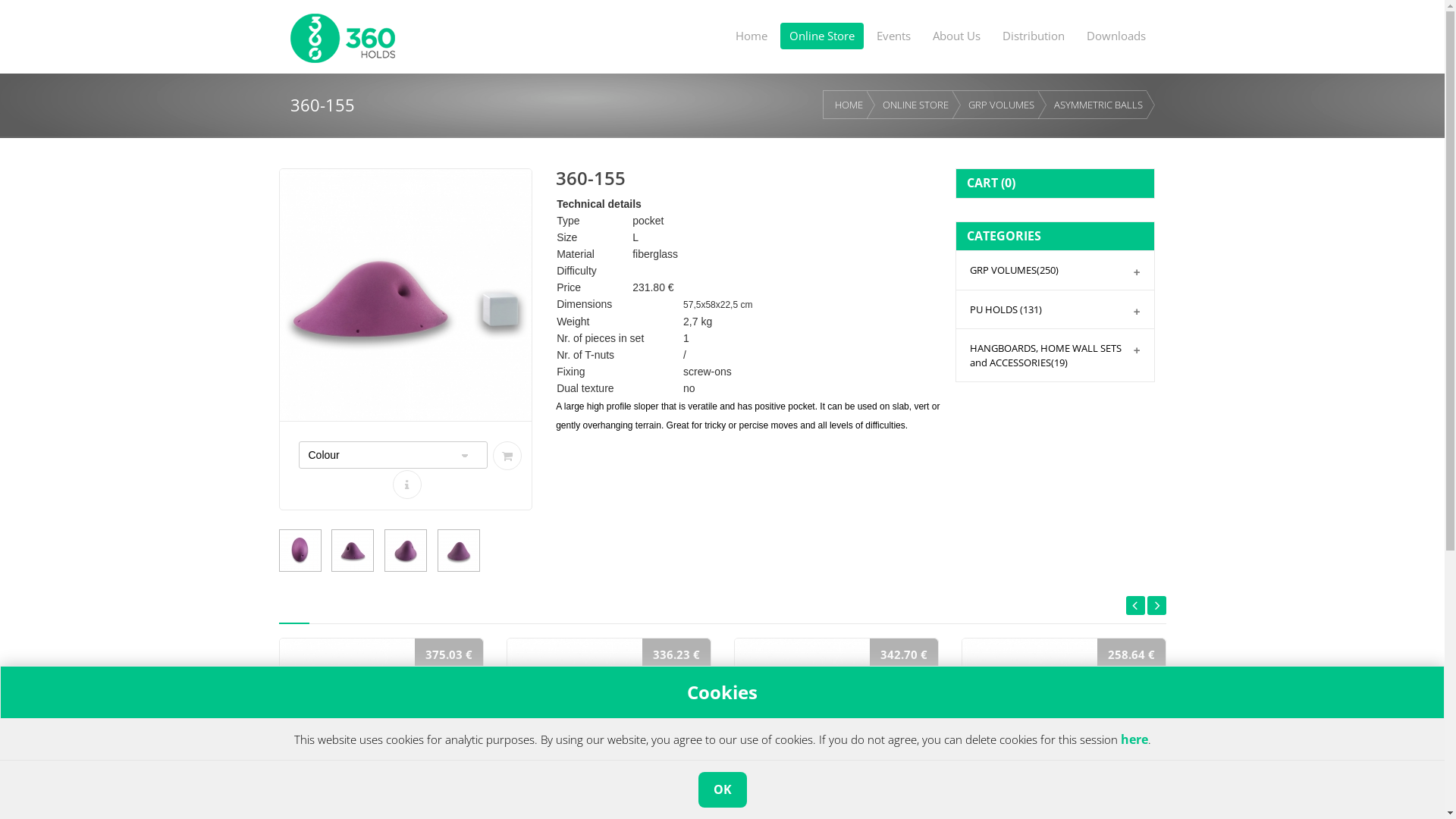 The width and height of the screenshot is (1456, 819). What do you see at coordinates (955, 35) in the screenshot?
I see `'About Us'` at bounding box center [955, 35].